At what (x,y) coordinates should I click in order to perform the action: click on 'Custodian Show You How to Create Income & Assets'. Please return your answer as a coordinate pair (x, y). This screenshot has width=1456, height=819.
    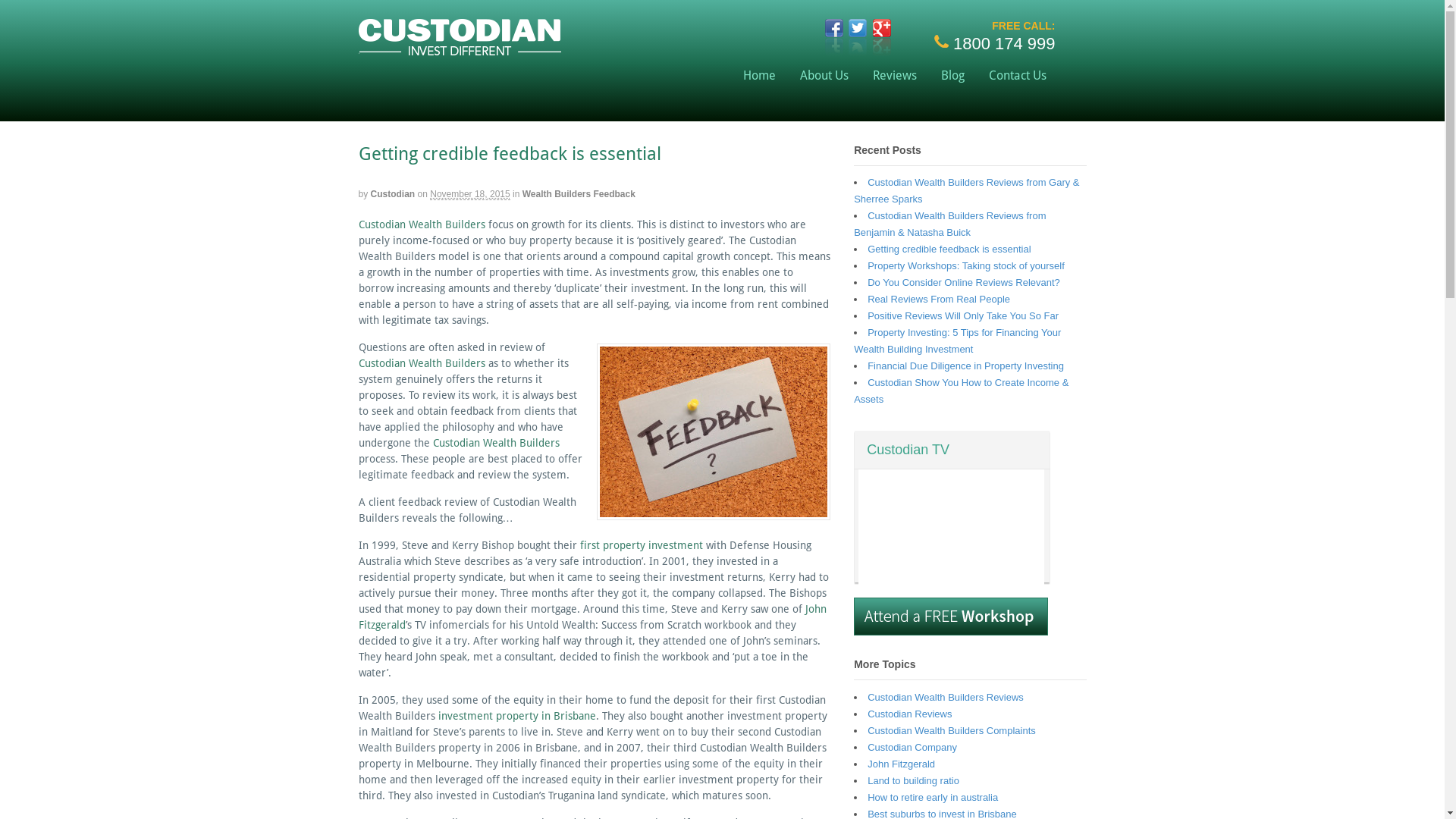
    Looking at the image, I should click on (960, 390).